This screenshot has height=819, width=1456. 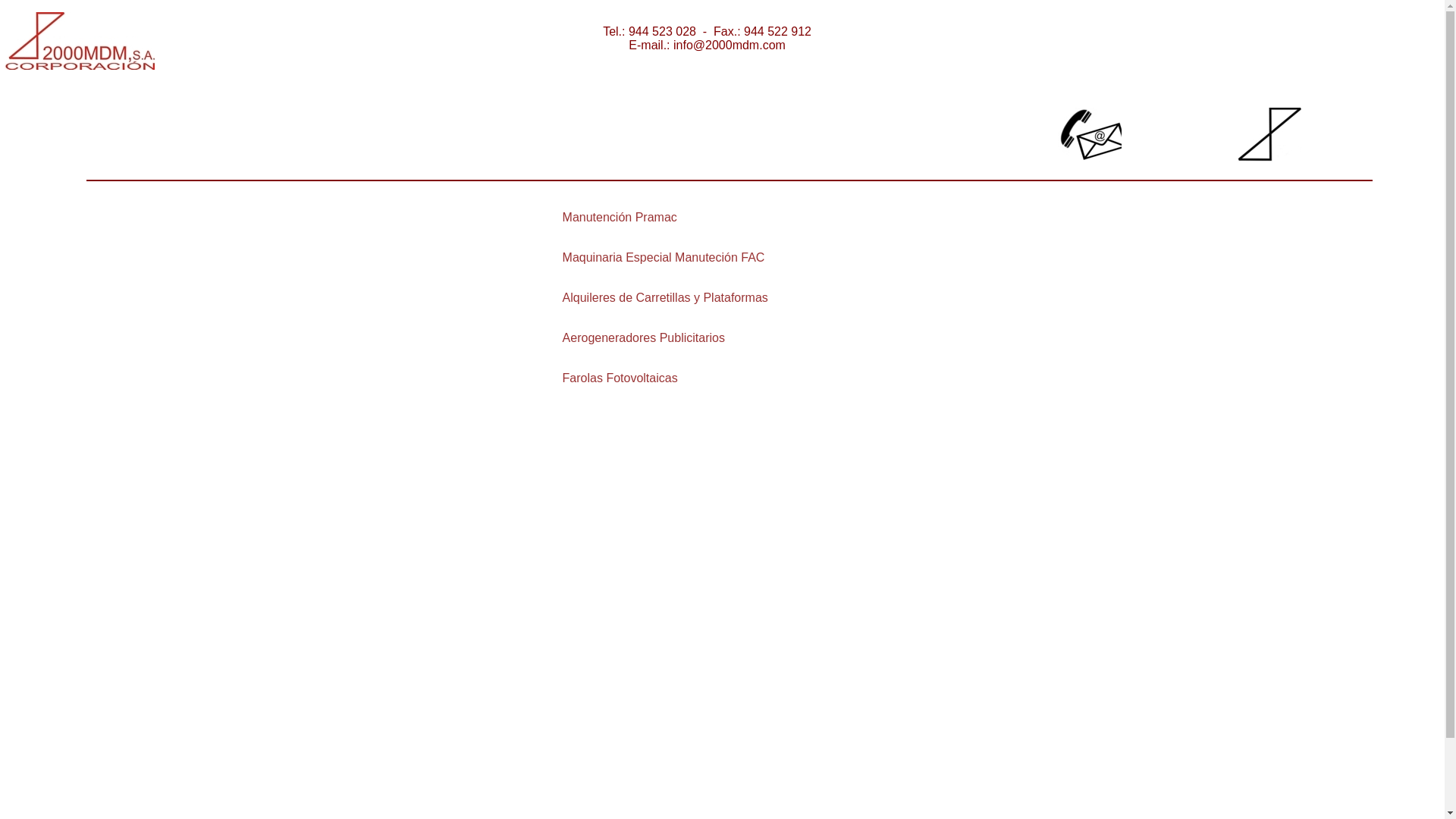 What do you see at coordinates (620, 377) in the screenshot?
I see `'Farolas Fotovoltaicas'` at bounding box center [620, 377].